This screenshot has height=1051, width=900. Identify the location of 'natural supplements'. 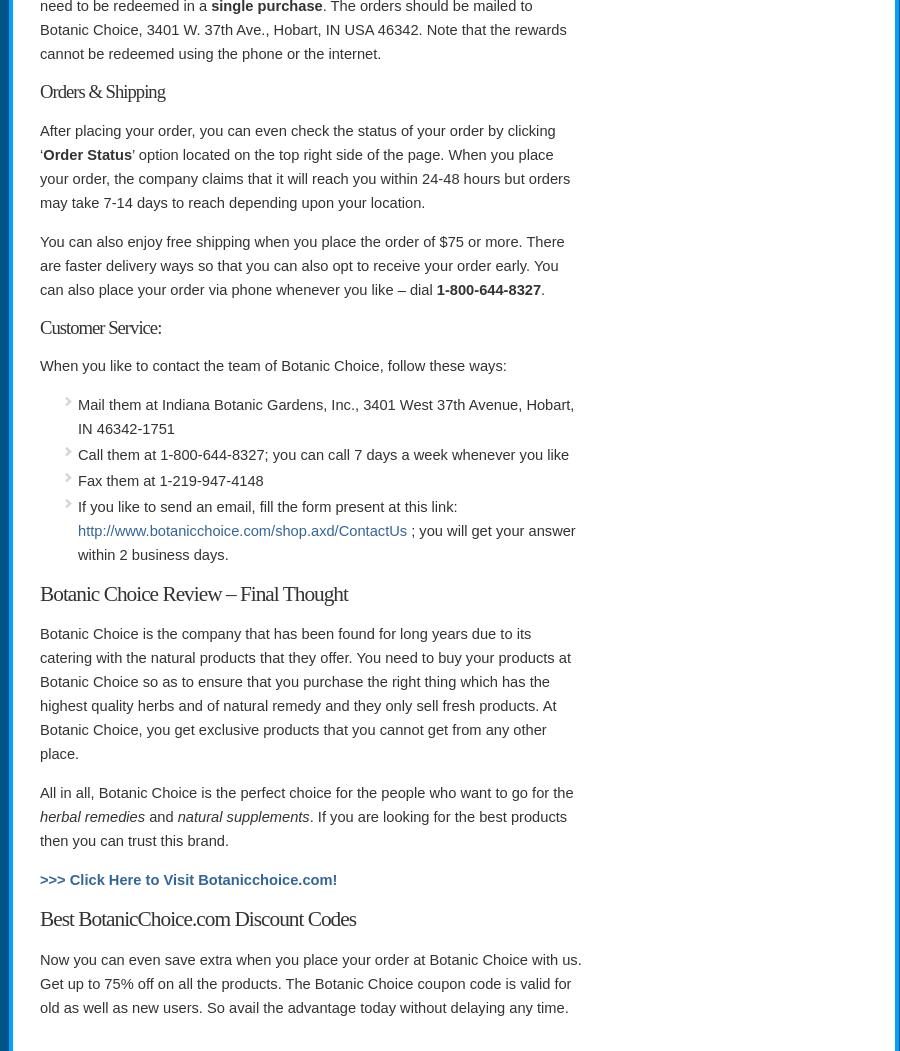
(242, 817).